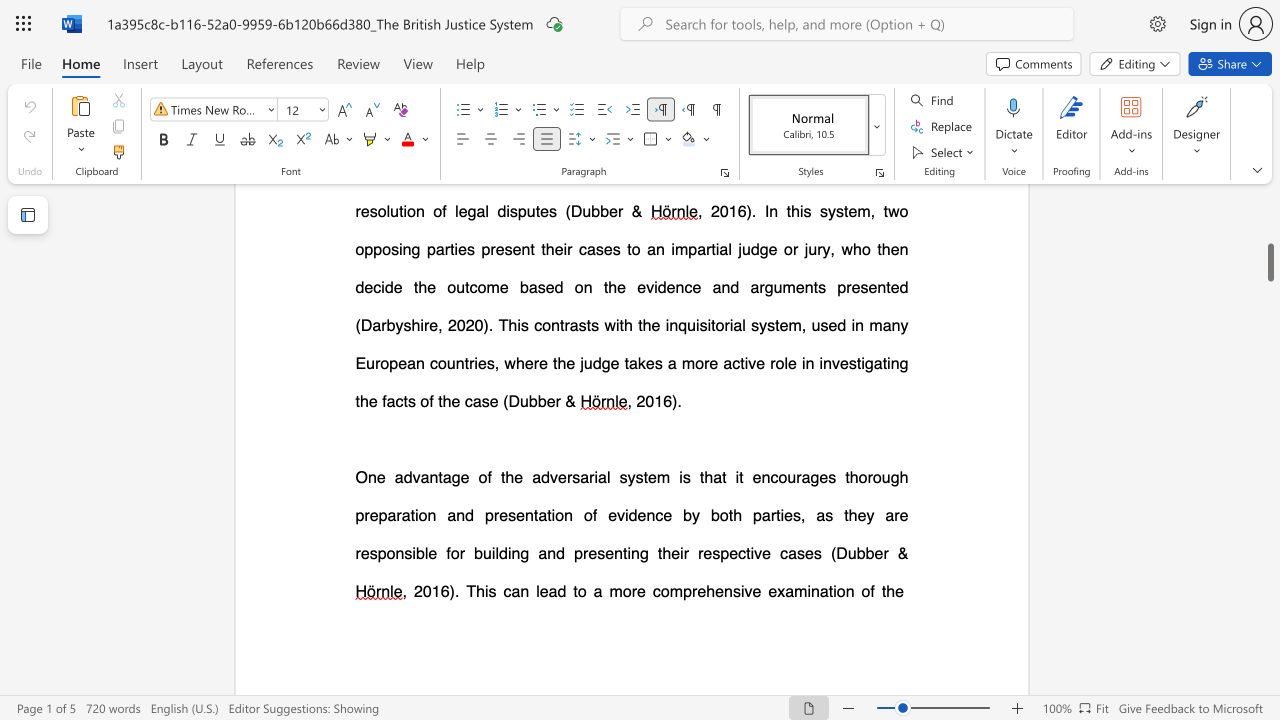 The height and width of the screenshot is (720, 1280). I want to click on the 2th character "o" in the text, so click(454, 553).